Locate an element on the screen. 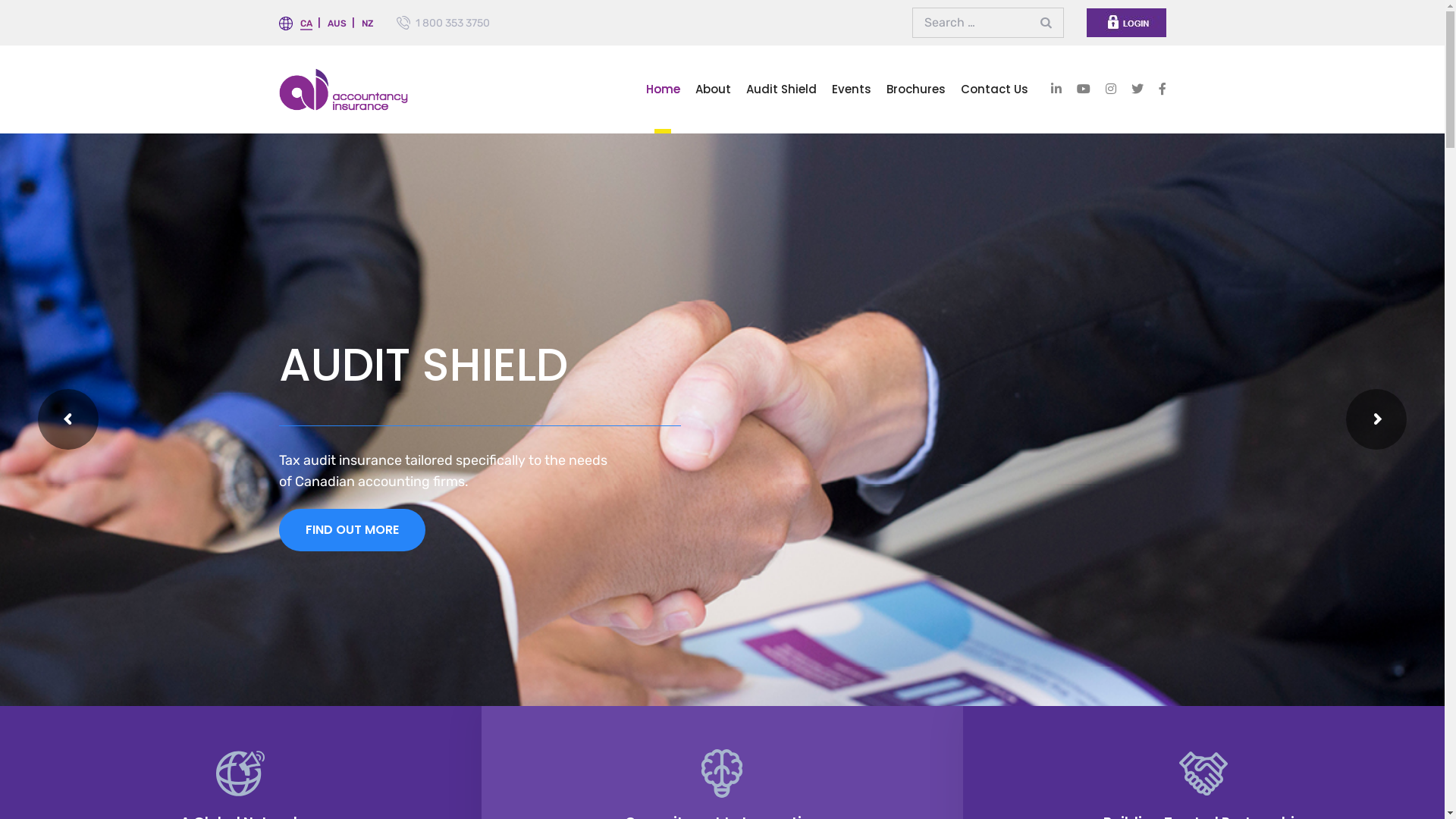 The image size is (1456, 819). '1 800 353 3750' is located at coordinates (451, 23).